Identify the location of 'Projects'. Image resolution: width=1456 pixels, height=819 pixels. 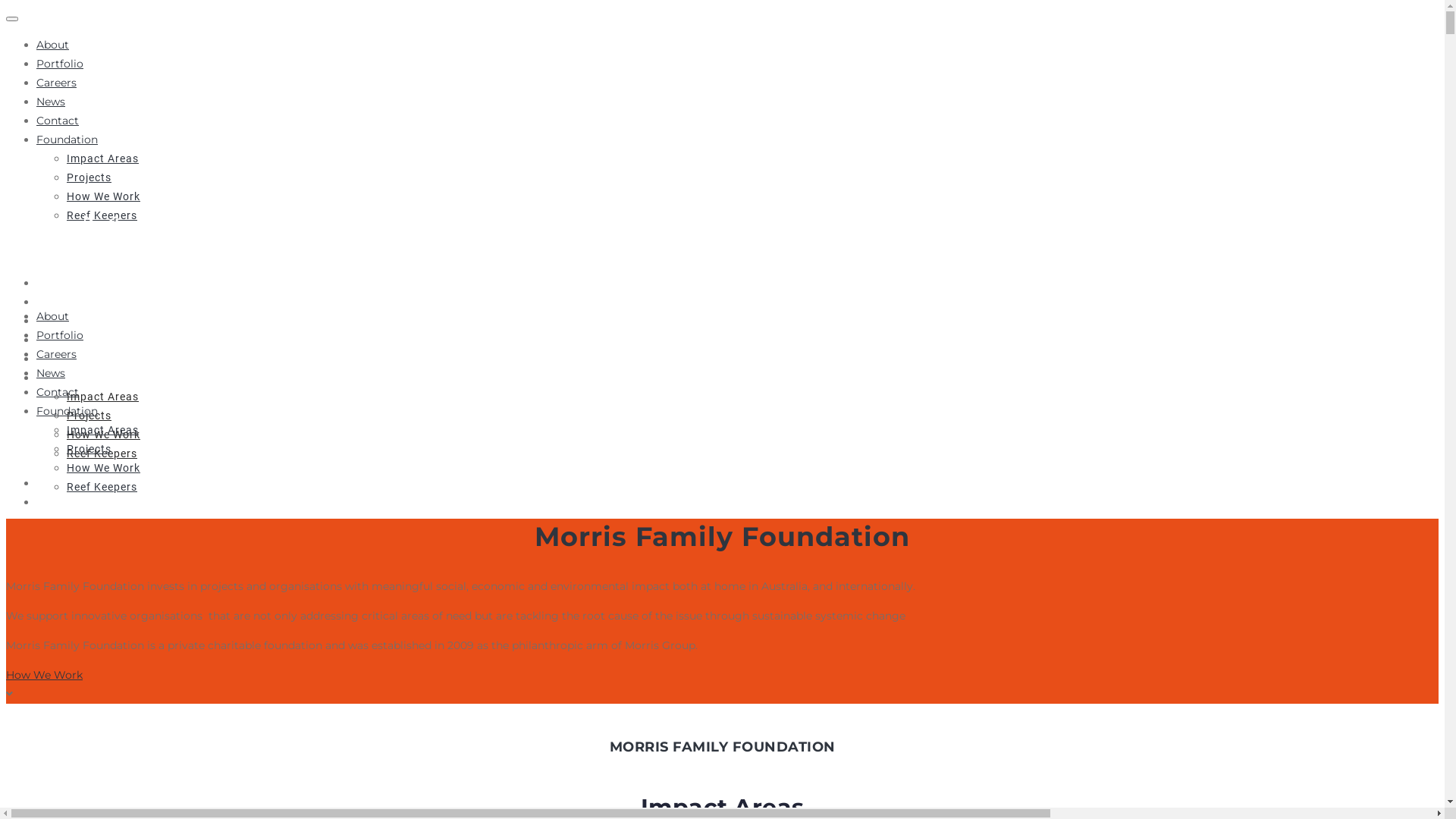
(65, 415).